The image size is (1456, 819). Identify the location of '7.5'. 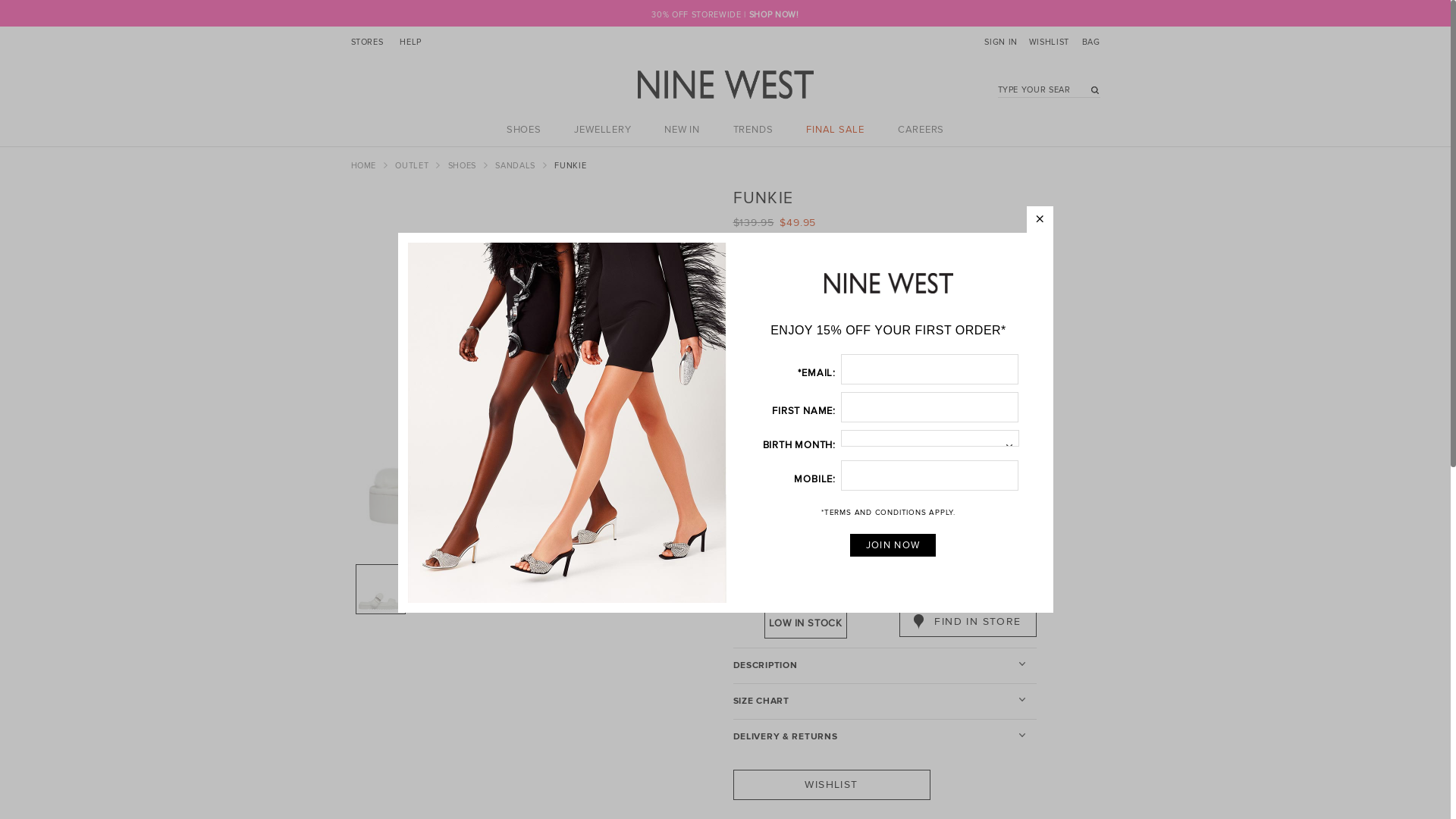
(960, 371).